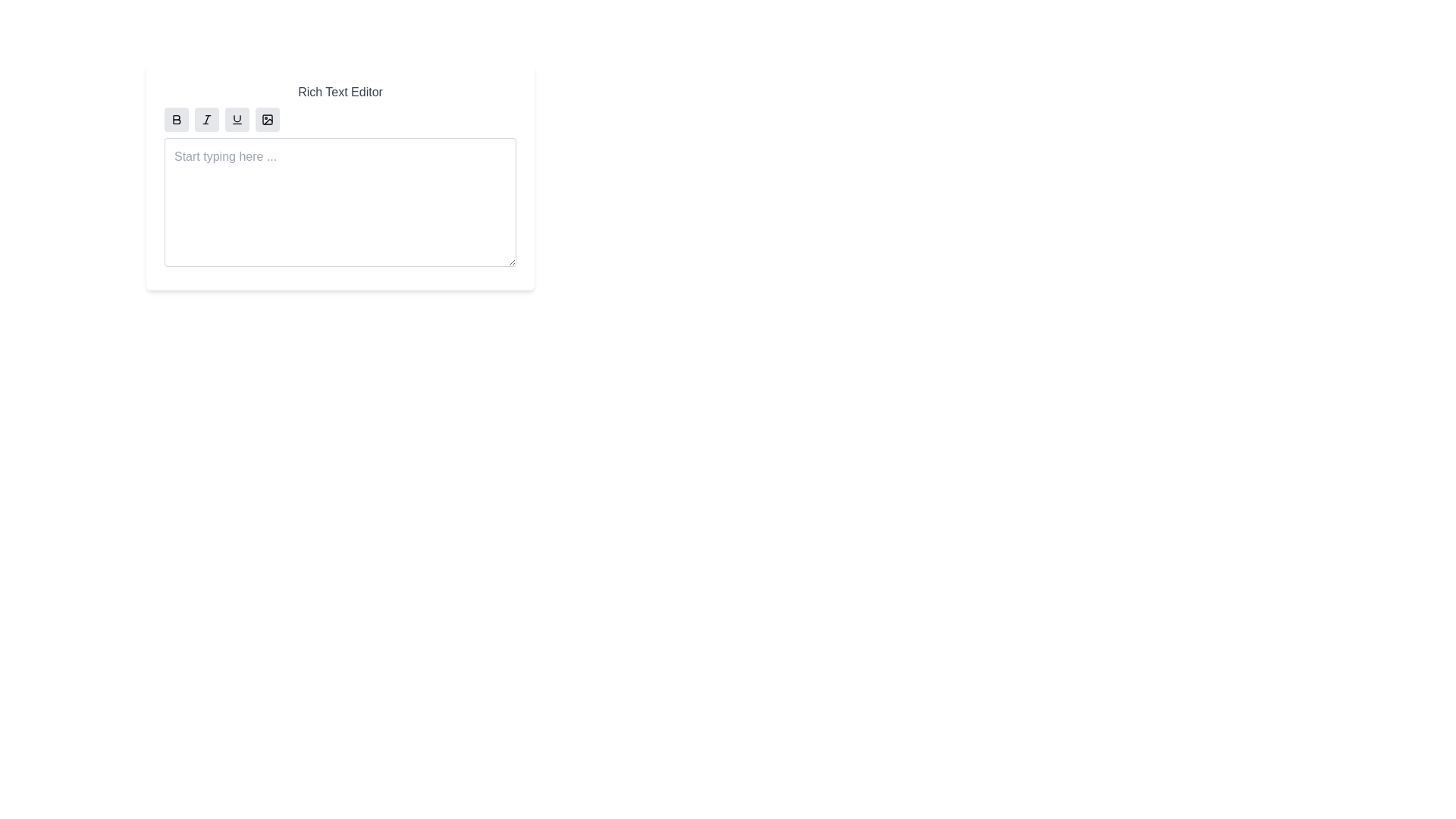 The image size is (1456, 819). I want to click on the text area of the 'Rich Text Editor' for interaction, so click(340, 177).